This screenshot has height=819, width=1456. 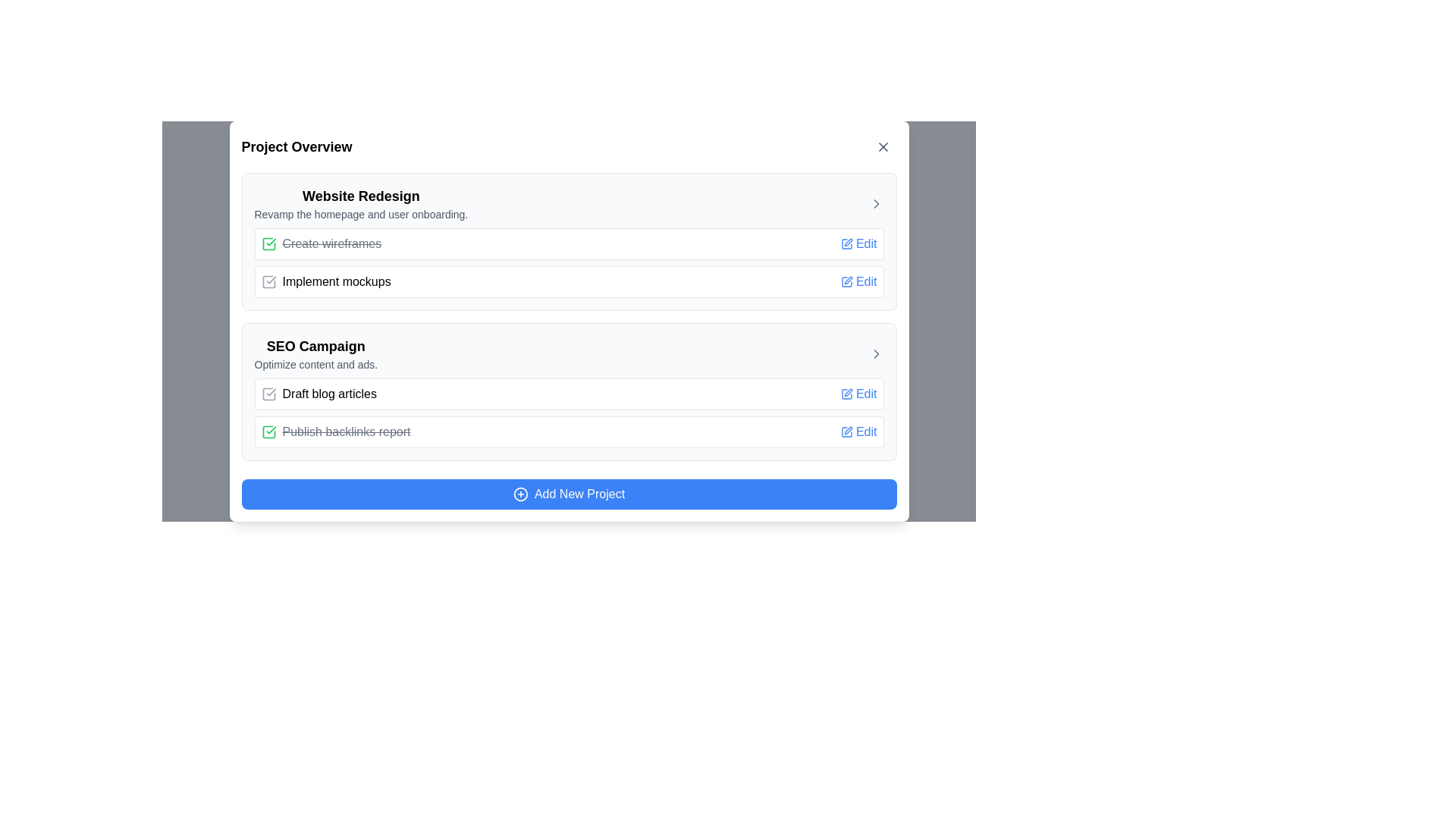 I want to click on the checkbox or status icon for the 'Implement mockups' task under 'Website Redesign', so click(x=268, y=281).